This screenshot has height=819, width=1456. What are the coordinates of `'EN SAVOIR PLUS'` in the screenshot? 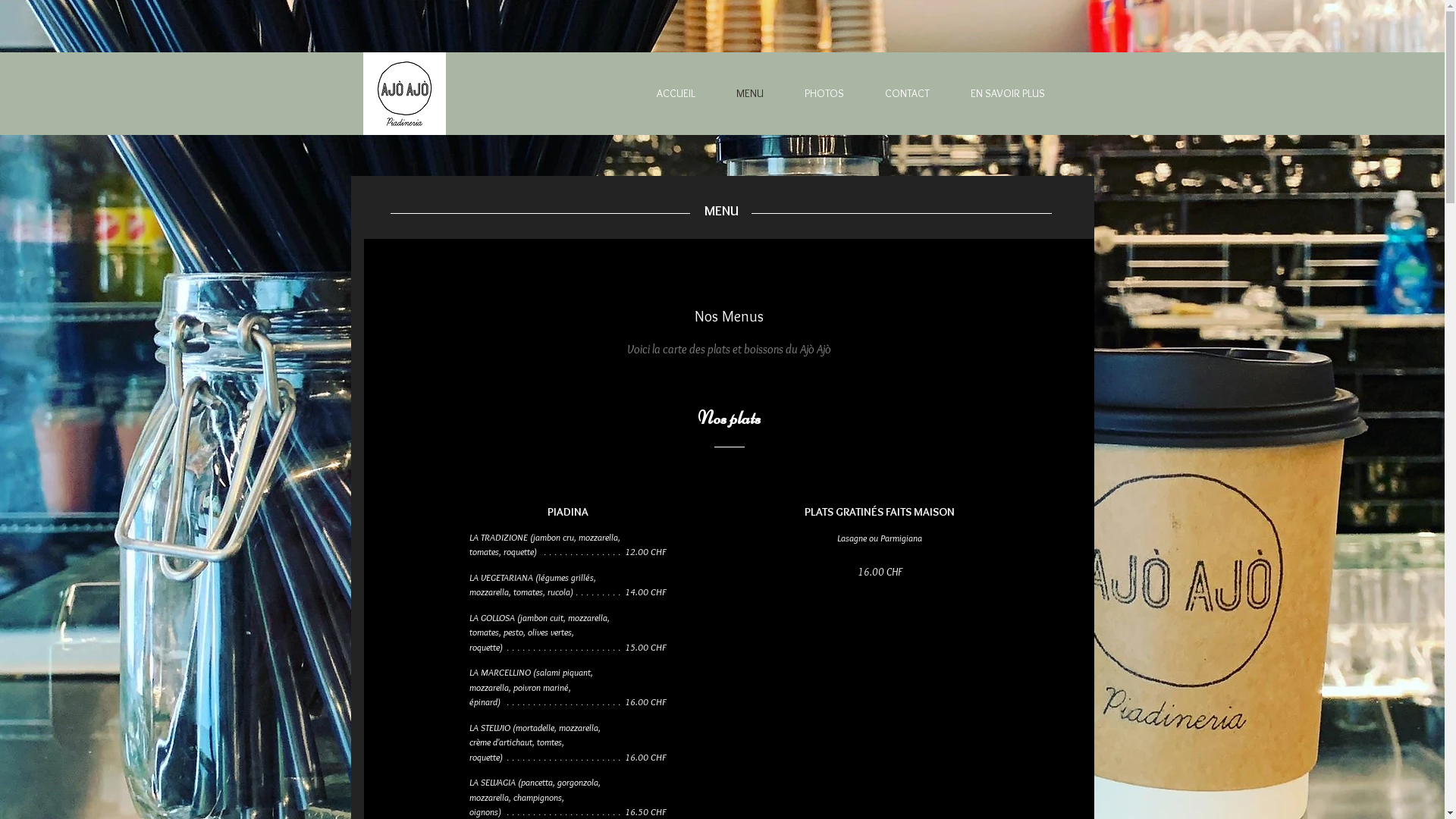 It's located at (994, 93).